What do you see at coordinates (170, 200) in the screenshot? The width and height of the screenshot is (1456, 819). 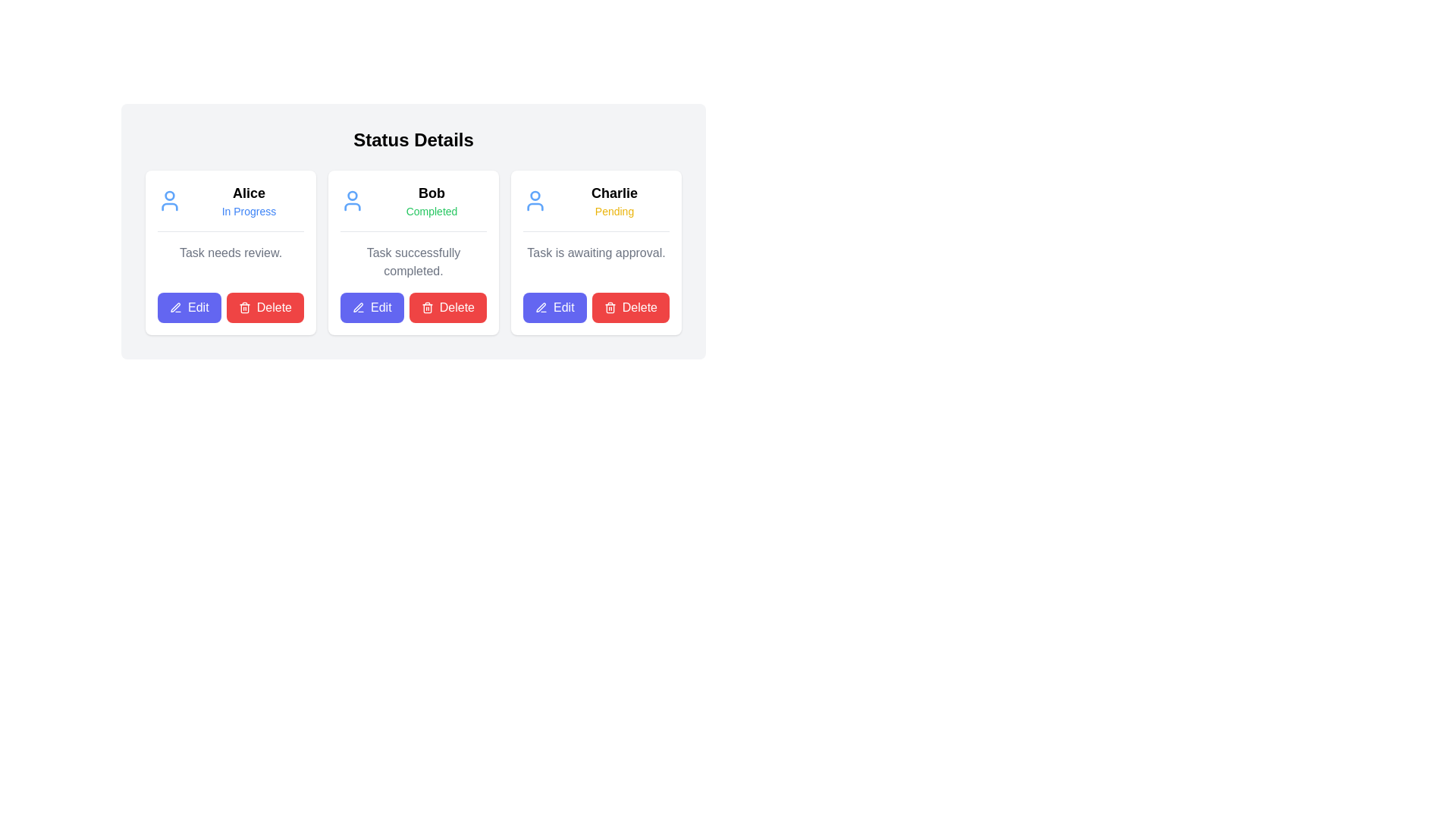 I see `the user avatar icon representing 'Alice', located at the top-left corner of the card, above the text 'Alice' and status 'In Progress'` at bounding box center [170, 200].